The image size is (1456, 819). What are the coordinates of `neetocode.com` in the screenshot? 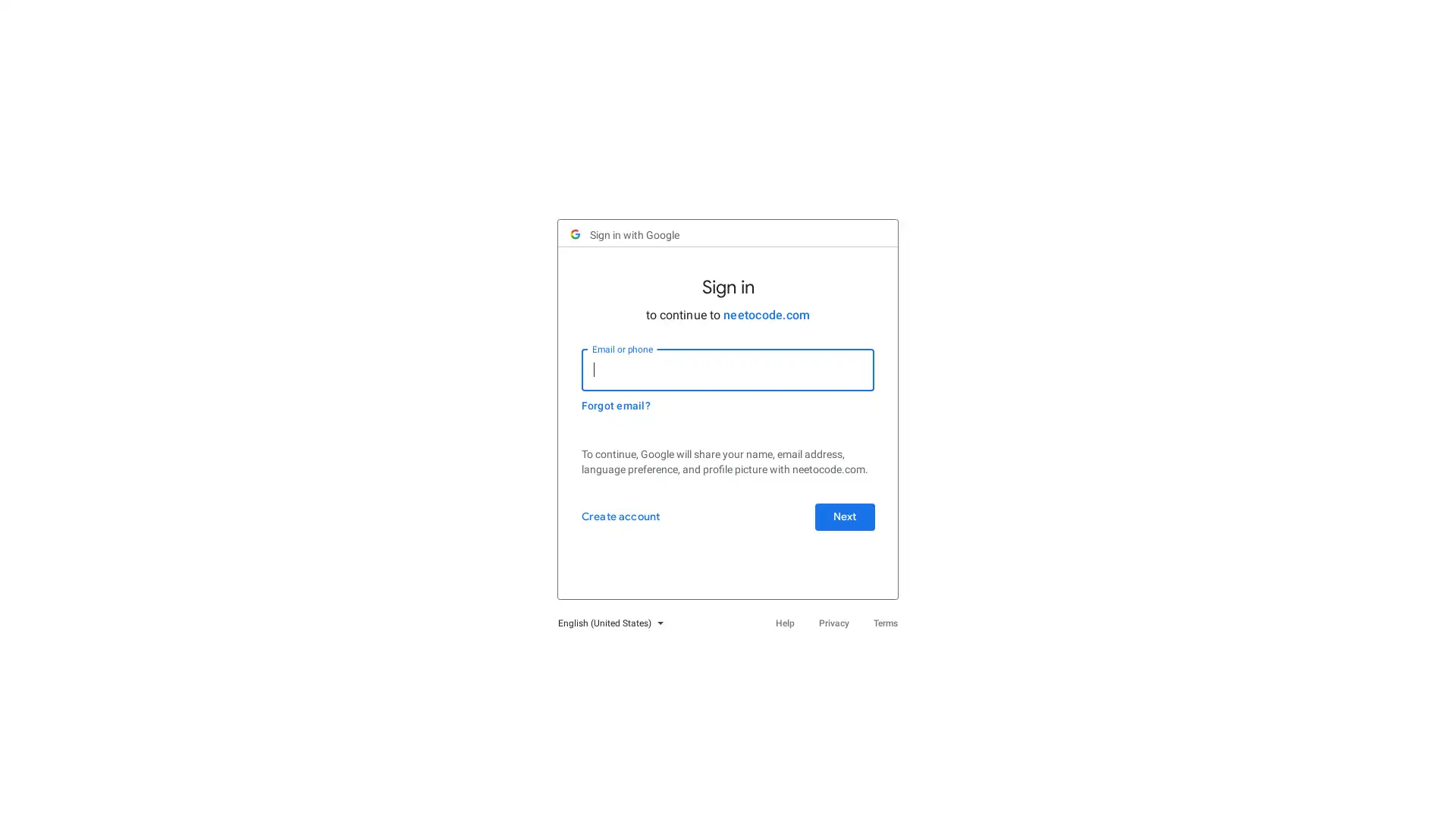 It's located at (767, 322).